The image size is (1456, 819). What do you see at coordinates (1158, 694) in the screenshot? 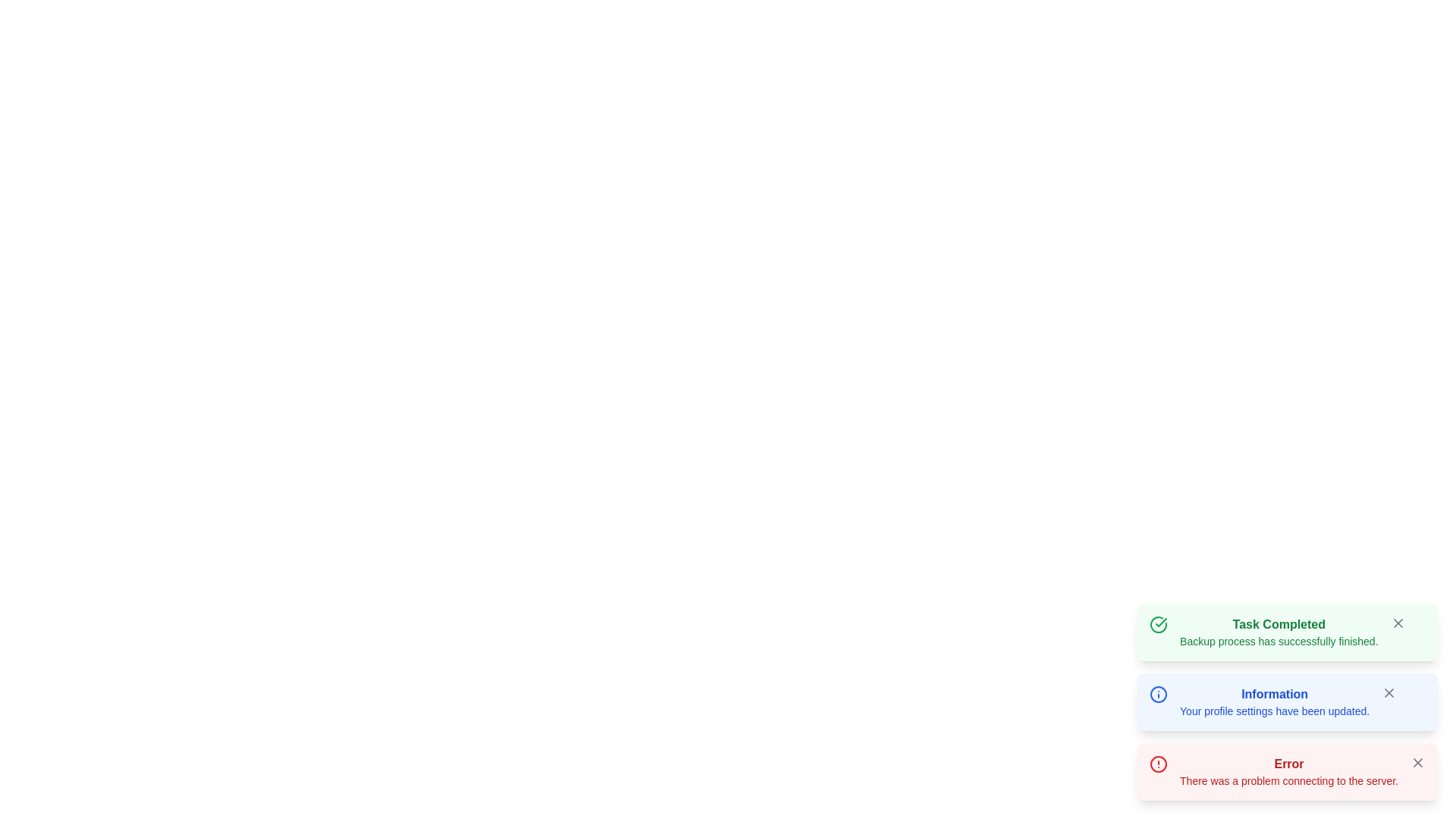
I see `the blue-stroked SVG Circle that is part of the information icon located at the center of the 'Information' message card` at bounding box center [1158, 694].